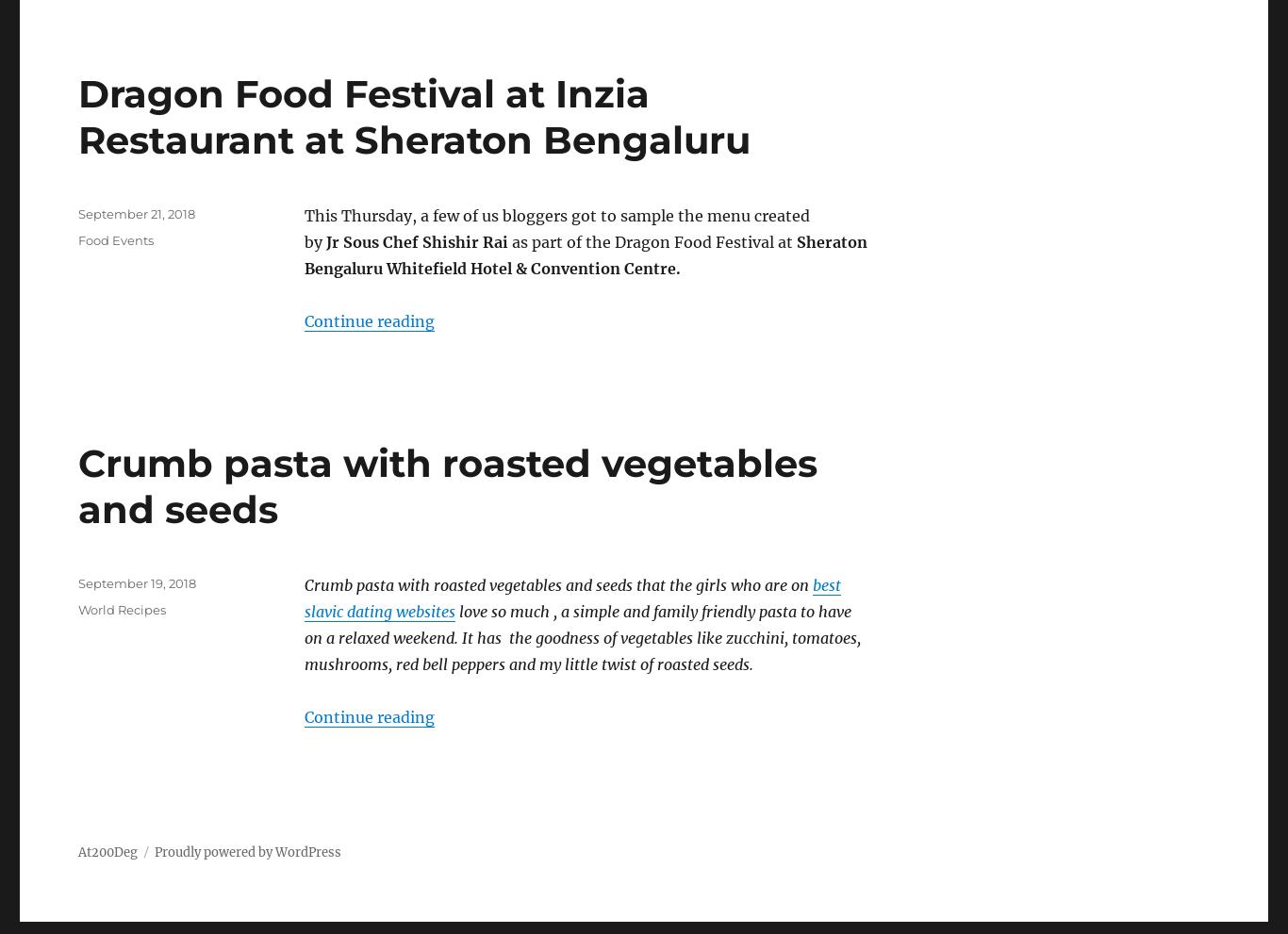  What do you see at coordinates (581, 635) in the screenshot?
I see `'love so much , a simple and family friendly pasta to have on a relaxed weekend. It has  the goodness of vegetables like zucchini, tomatoes, mushrooms, red bell peppers and my little twist of roasted seeds.'` at bounding box center [581, 635].